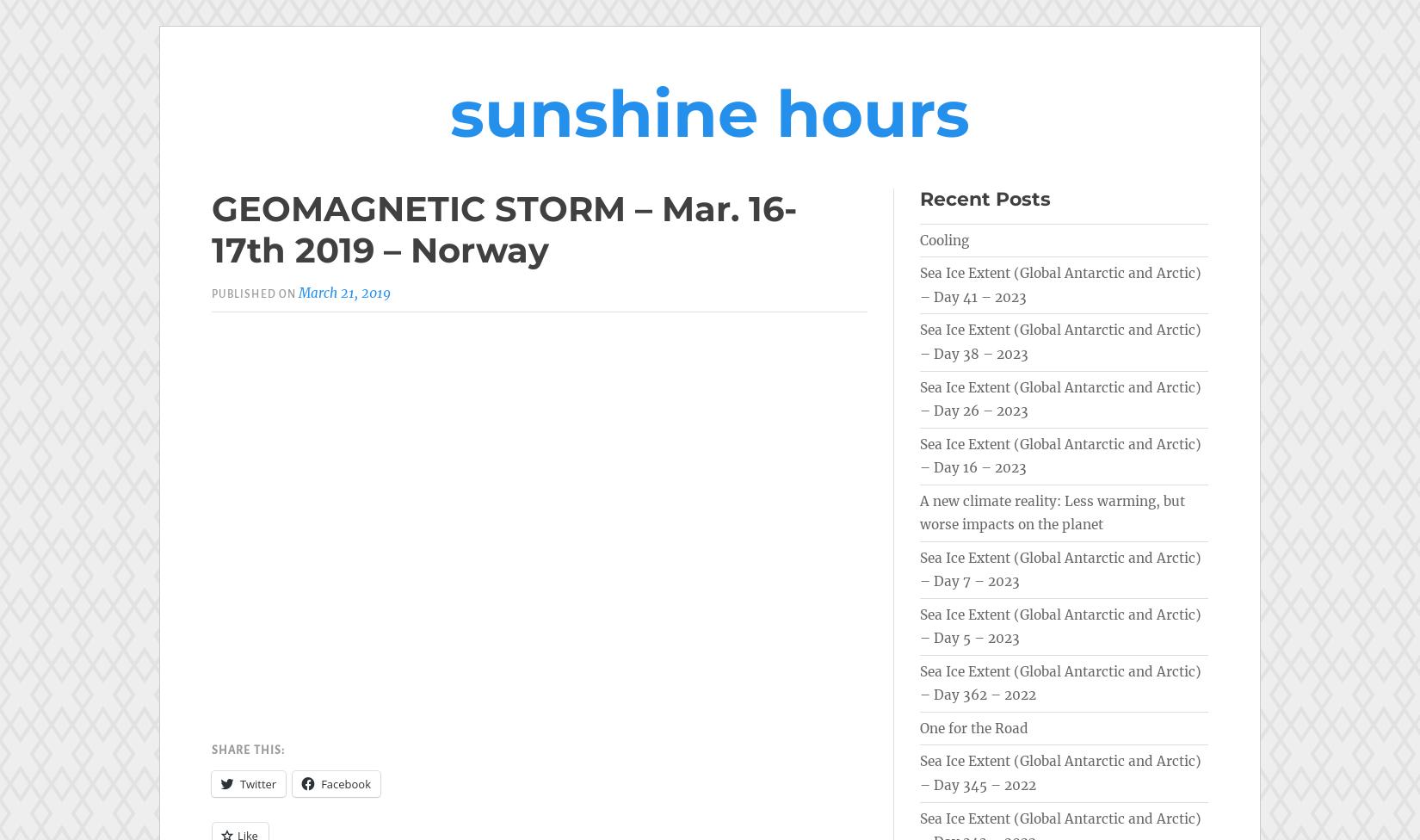 The image size is (1420, 840). Describe the element at coordinates (345, 782) in the screenshot. I see `'Facebook'` at that location.